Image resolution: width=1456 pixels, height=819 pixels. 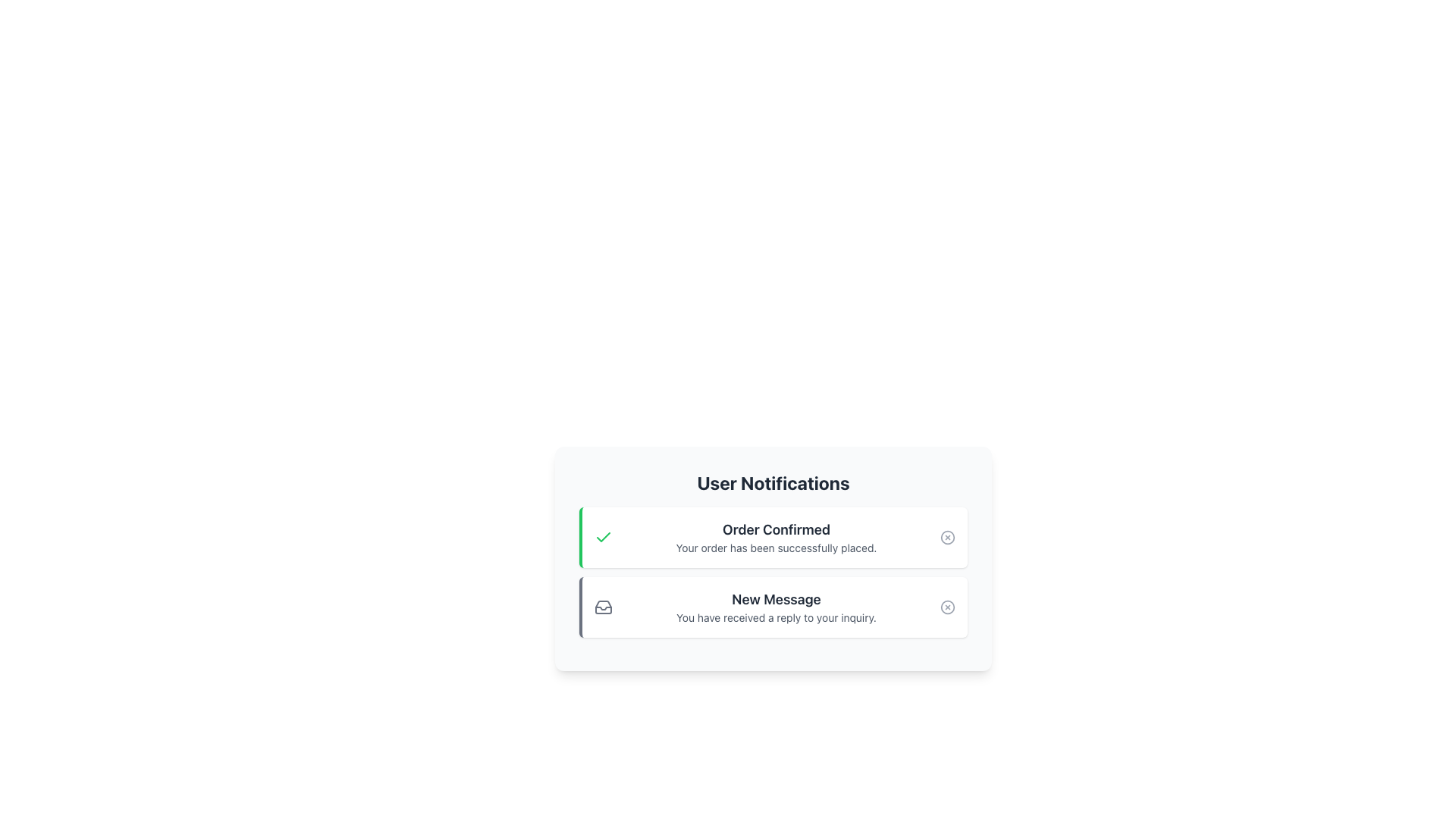 I want to click on the notification icon located at the top-left corner of the notification card that contains the text 'New Message.', so click(x=603, y=607).